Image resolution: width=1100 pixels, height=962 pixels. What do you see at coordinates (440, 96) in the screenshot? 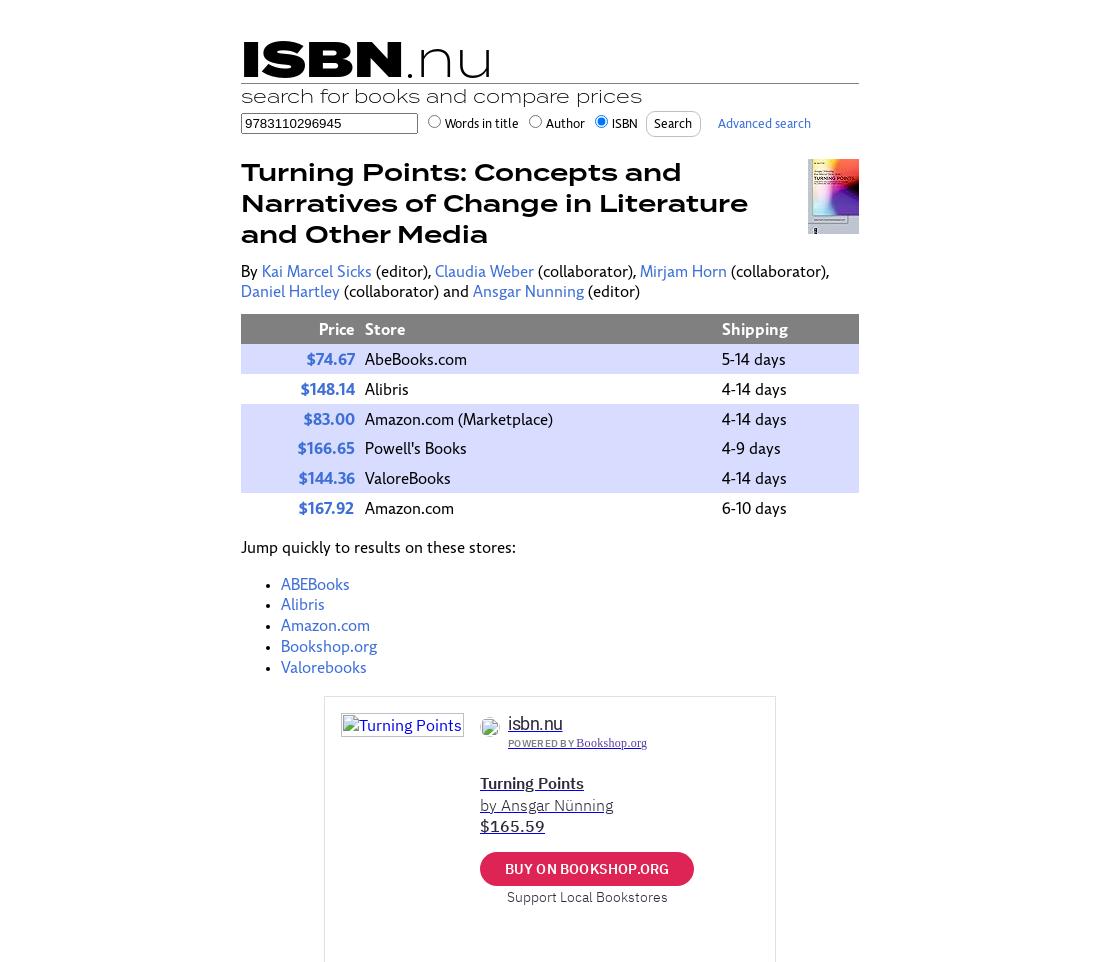
I see `'search for books and compare prices'` at bounding box center [440, 96].